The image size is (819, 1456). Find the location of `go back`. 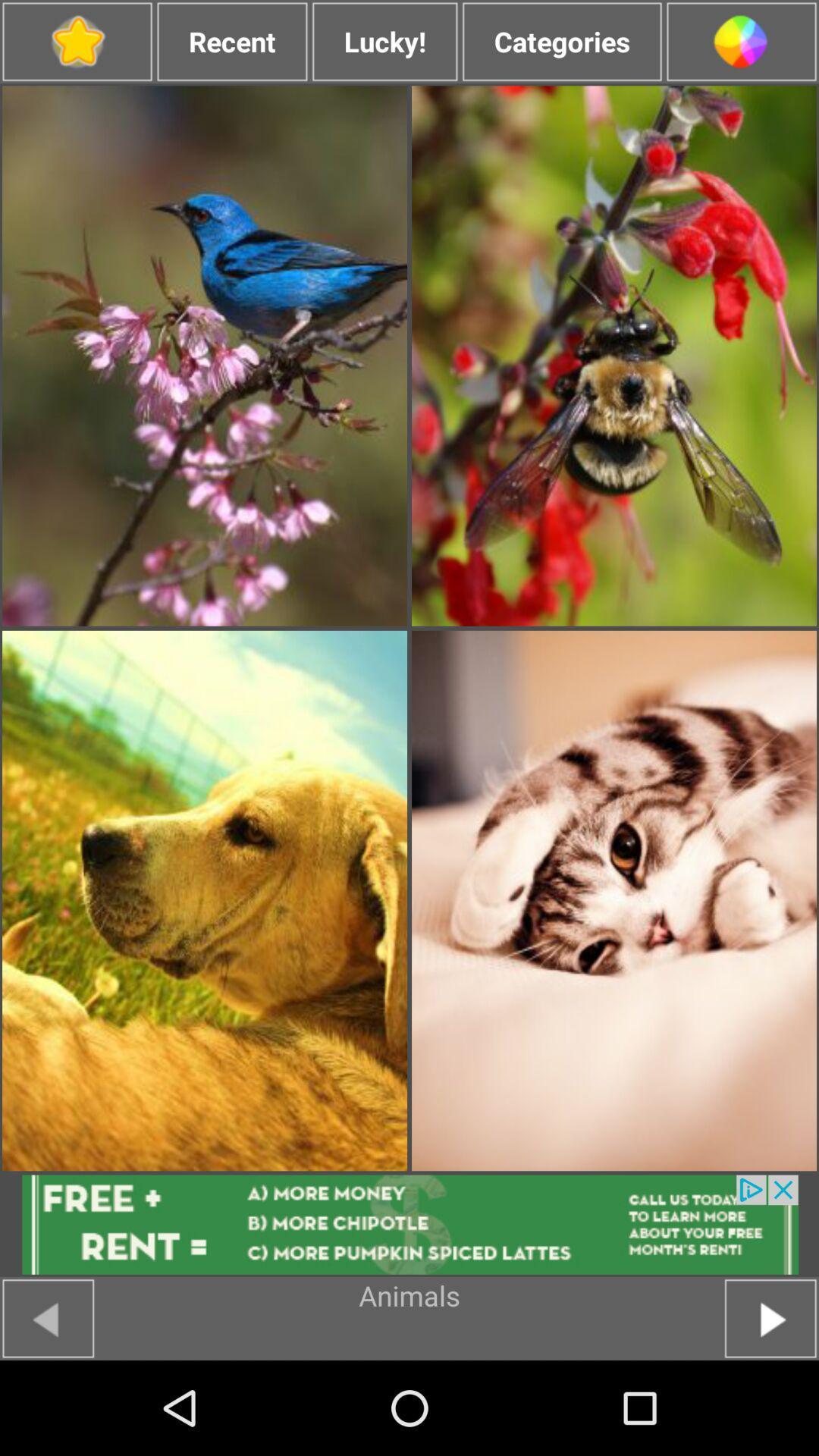

go back is located at coordinates (47, 1317).